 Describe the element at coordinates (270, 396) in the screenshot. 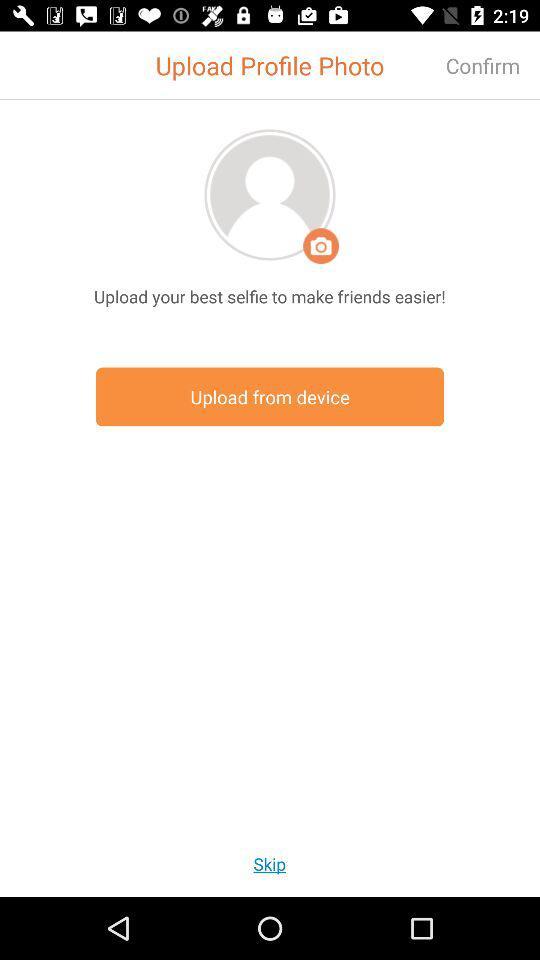

I see `the upload from device app` at that location.